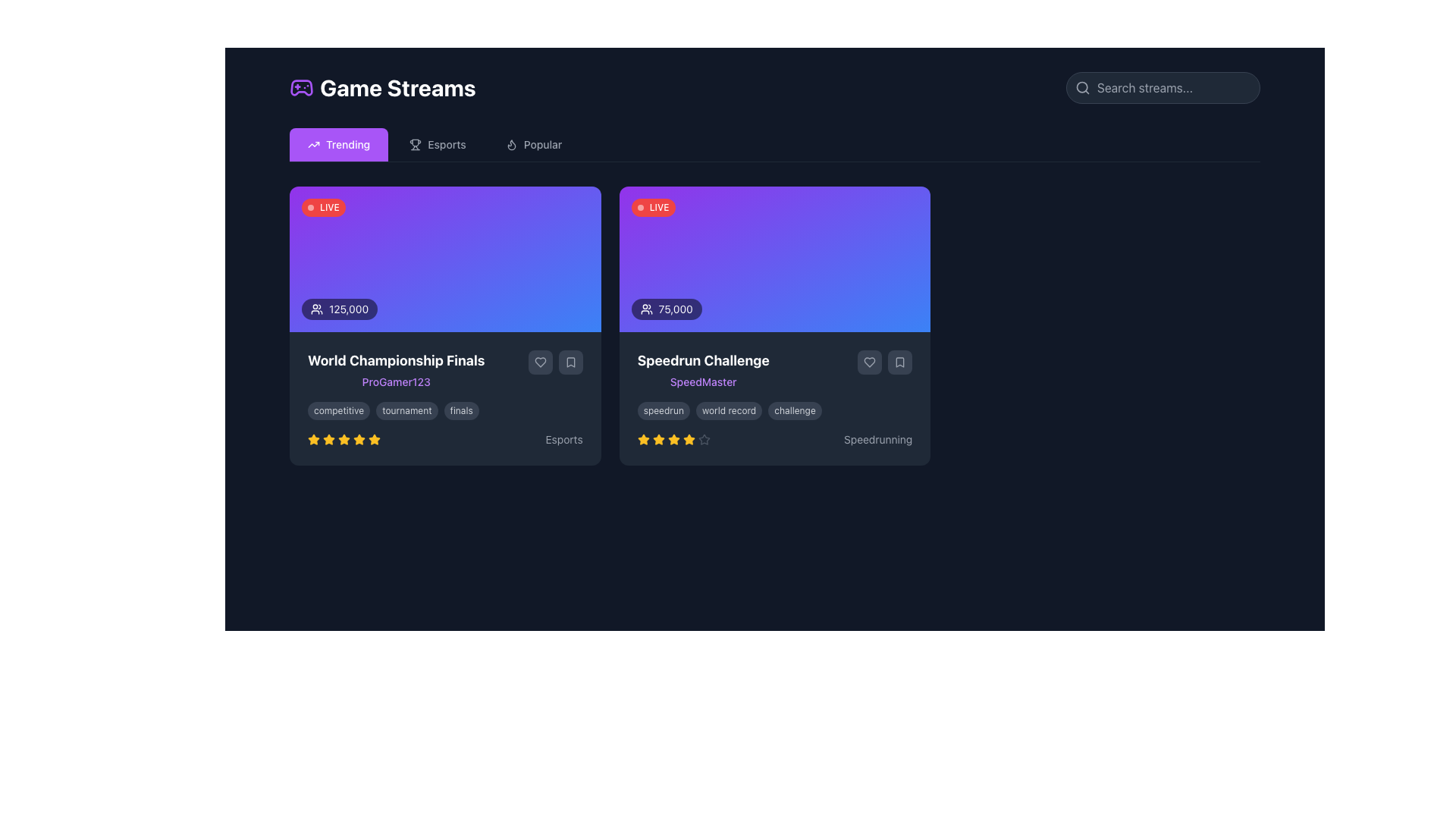 This screenshot has height=819, width=1456. Describe the element at coordinates (382, 87) in the screenshot. I see `header text 'Game Streams' with the associated gamepad icon located at the top-left corner of the interface to identify the section related to game streams` at that location.